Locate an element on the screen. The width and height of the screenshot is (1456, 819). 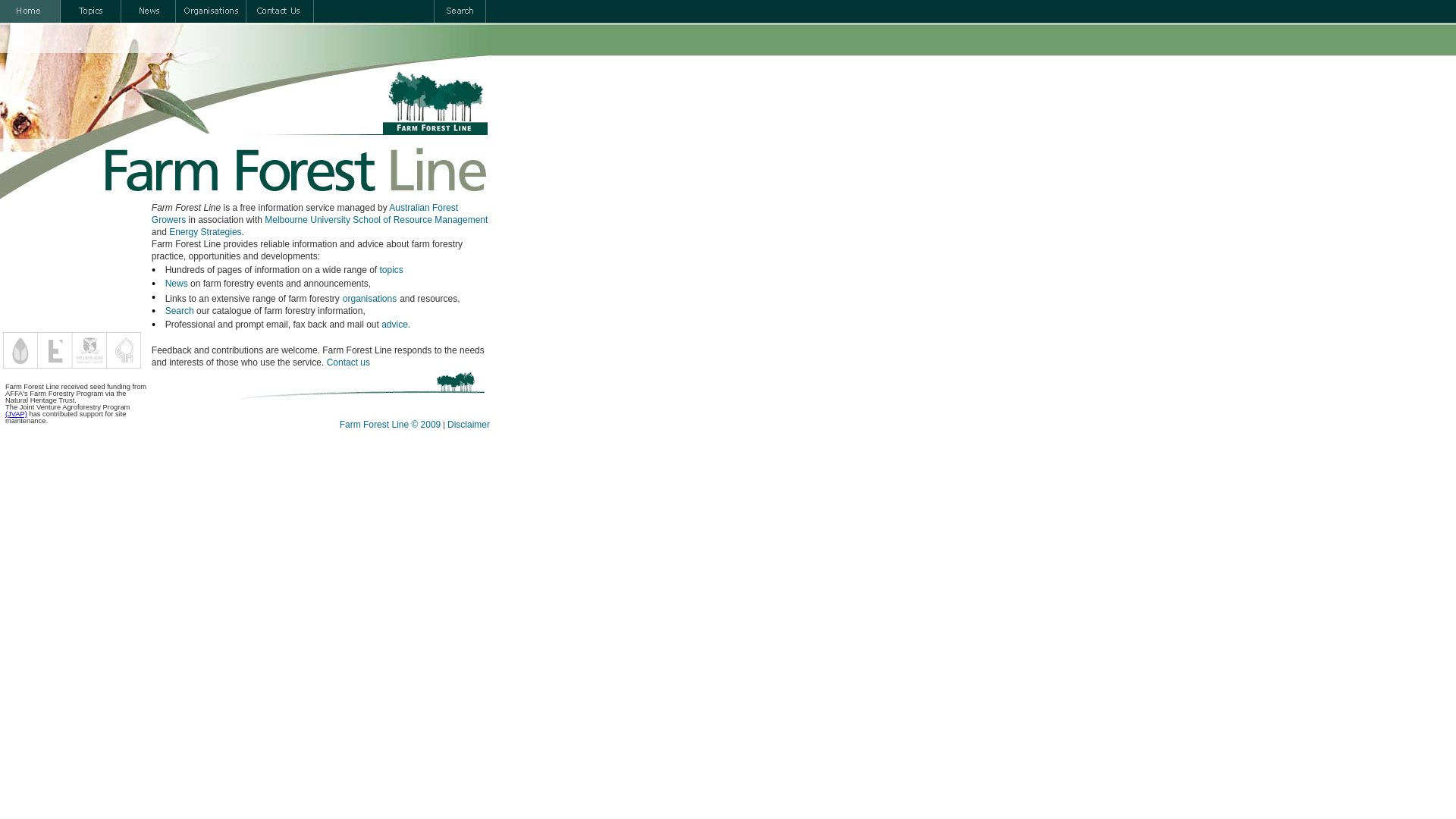
'Melbourne University School of Resource Management' is located at coordinates (265, 219).